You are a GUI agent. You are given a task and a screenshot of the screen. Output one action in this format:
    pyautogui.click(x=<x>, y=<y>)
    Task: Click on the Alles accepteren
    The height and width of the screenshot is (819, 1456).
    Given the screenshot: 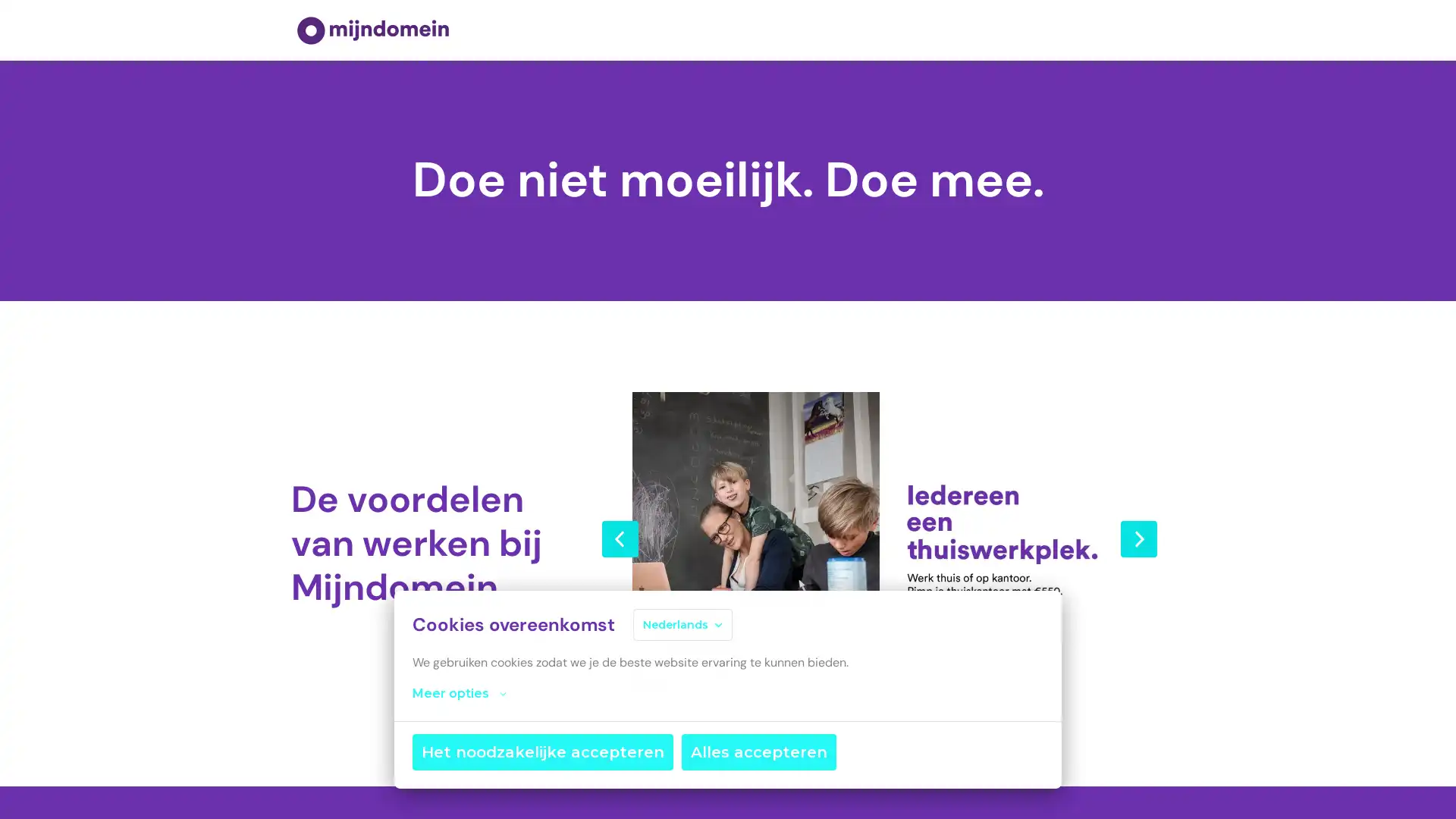 What is the action you would take?
    pyautogui.click(x=759, y=752)
    